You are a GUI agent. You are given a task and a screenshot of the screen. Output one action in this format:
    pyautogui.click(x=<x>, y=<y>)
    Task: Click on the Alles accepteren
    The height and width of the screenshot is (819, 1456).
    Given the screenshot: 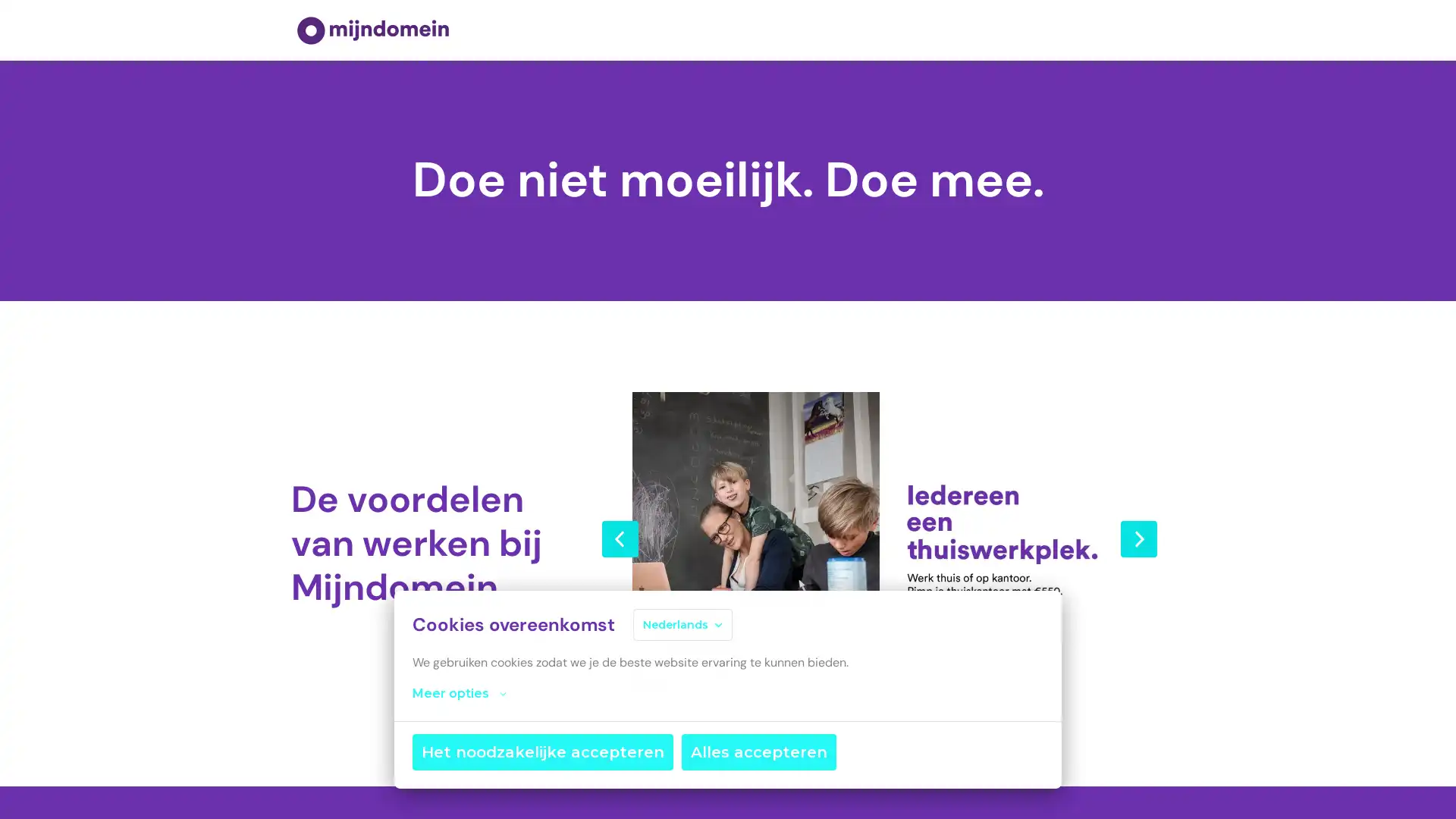 What is the action you would take?
    pyautogui.click(x=759, y=752)
    